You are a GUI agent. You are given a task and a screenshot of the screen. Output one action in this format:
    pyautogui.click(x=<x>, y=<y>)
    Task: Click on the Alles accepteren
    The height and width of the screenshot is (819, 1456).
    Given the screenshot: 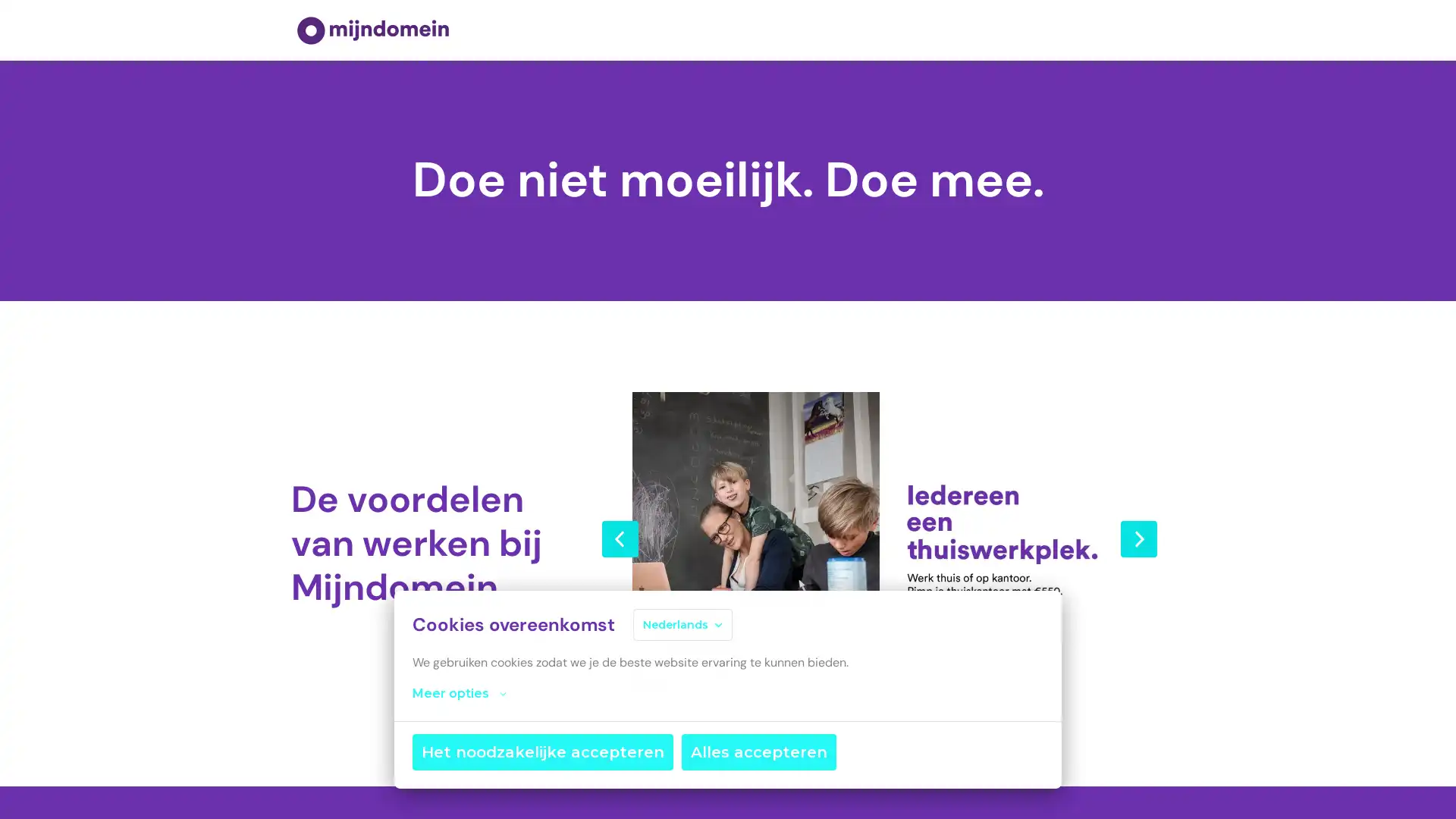 What is the action you would take?
    pyautogui.click(x=759, y=752)
    